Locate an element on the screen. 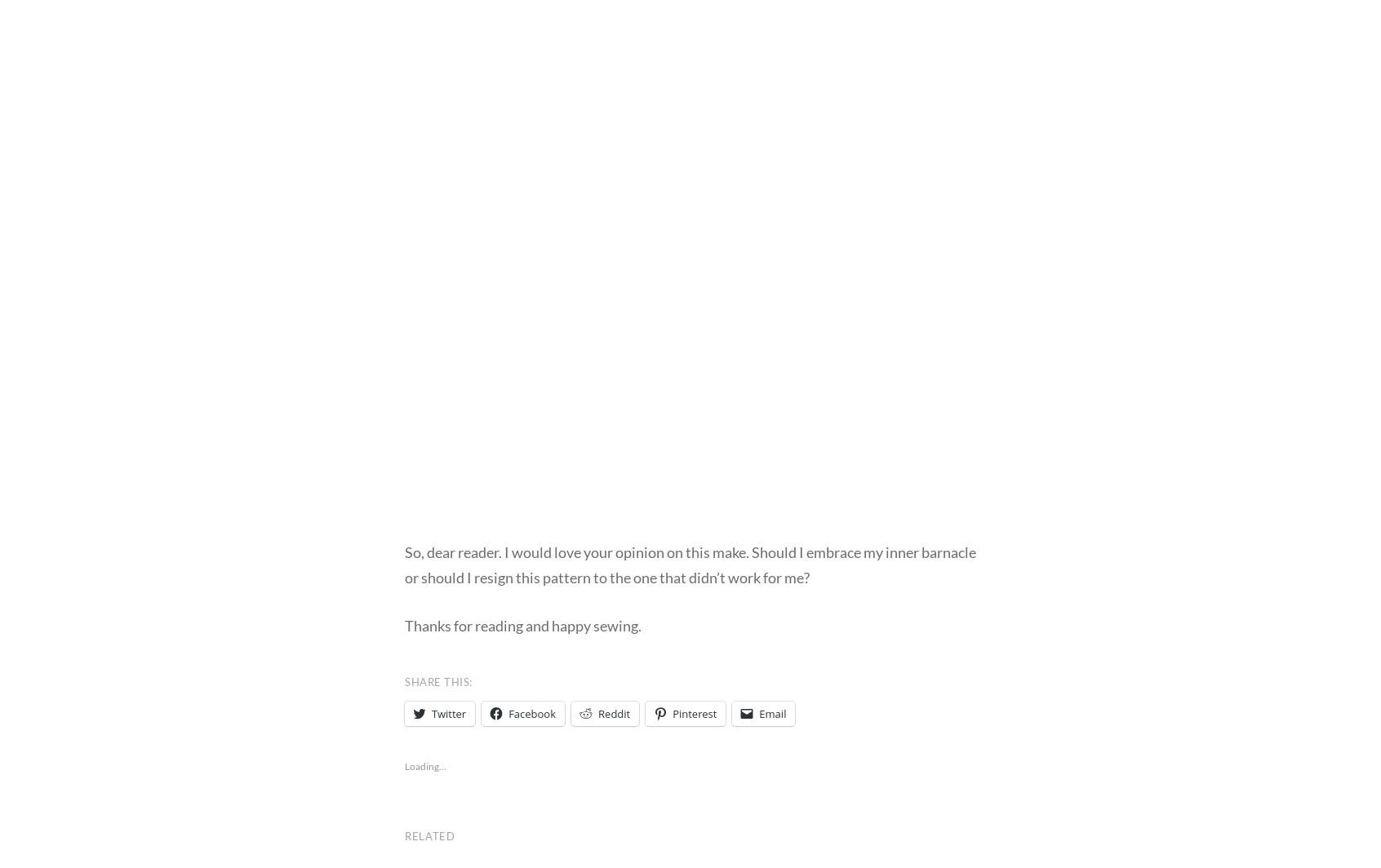 This screenshot has height=868, width=1381. 'Related' is located at coordinates (429, 835).